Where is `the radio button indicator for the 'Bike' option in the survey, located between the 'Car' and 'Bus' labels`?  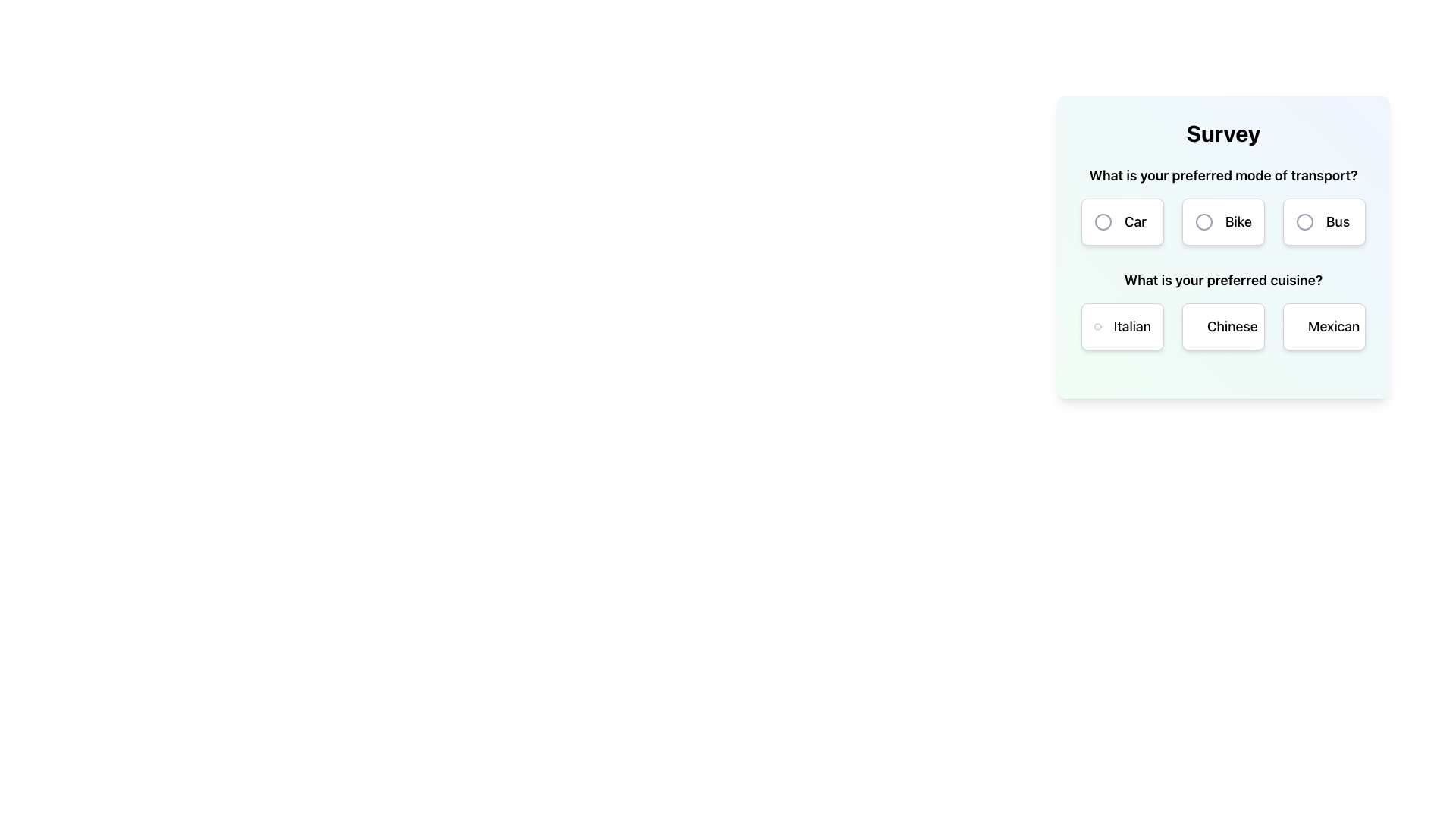
the radio button indicator for the 'Bike' option in the survey, located between the 'Car' and 'Bus' labels is located at coordinates (1203, 222).